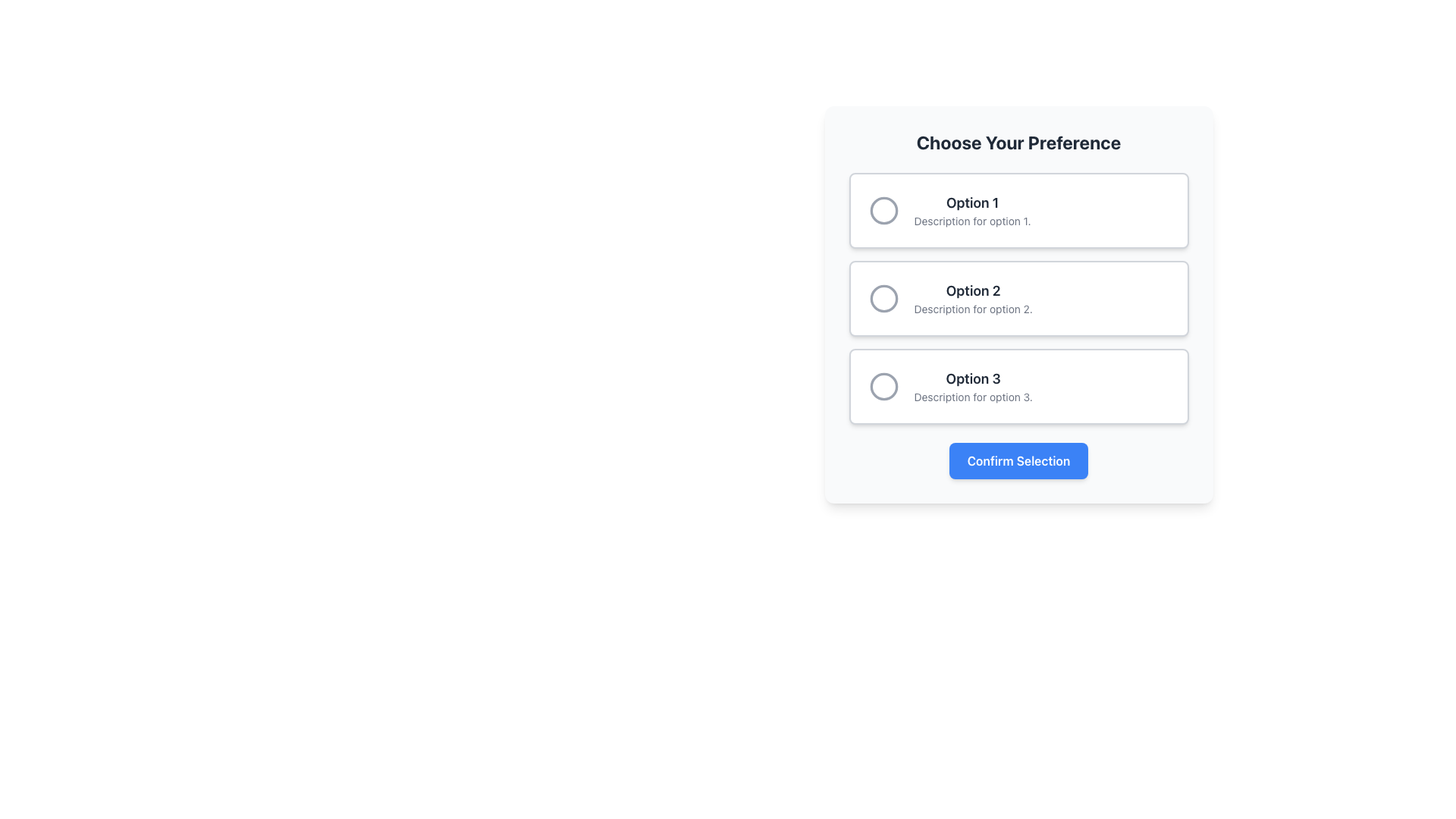  What do you see at coordinates (972, 210) in the screenshot?
I see `text content of the topmost selection card, which includes 'Option 1' in bold and 'Description for option 1.' beneath it` at bounding box center [972, 210].